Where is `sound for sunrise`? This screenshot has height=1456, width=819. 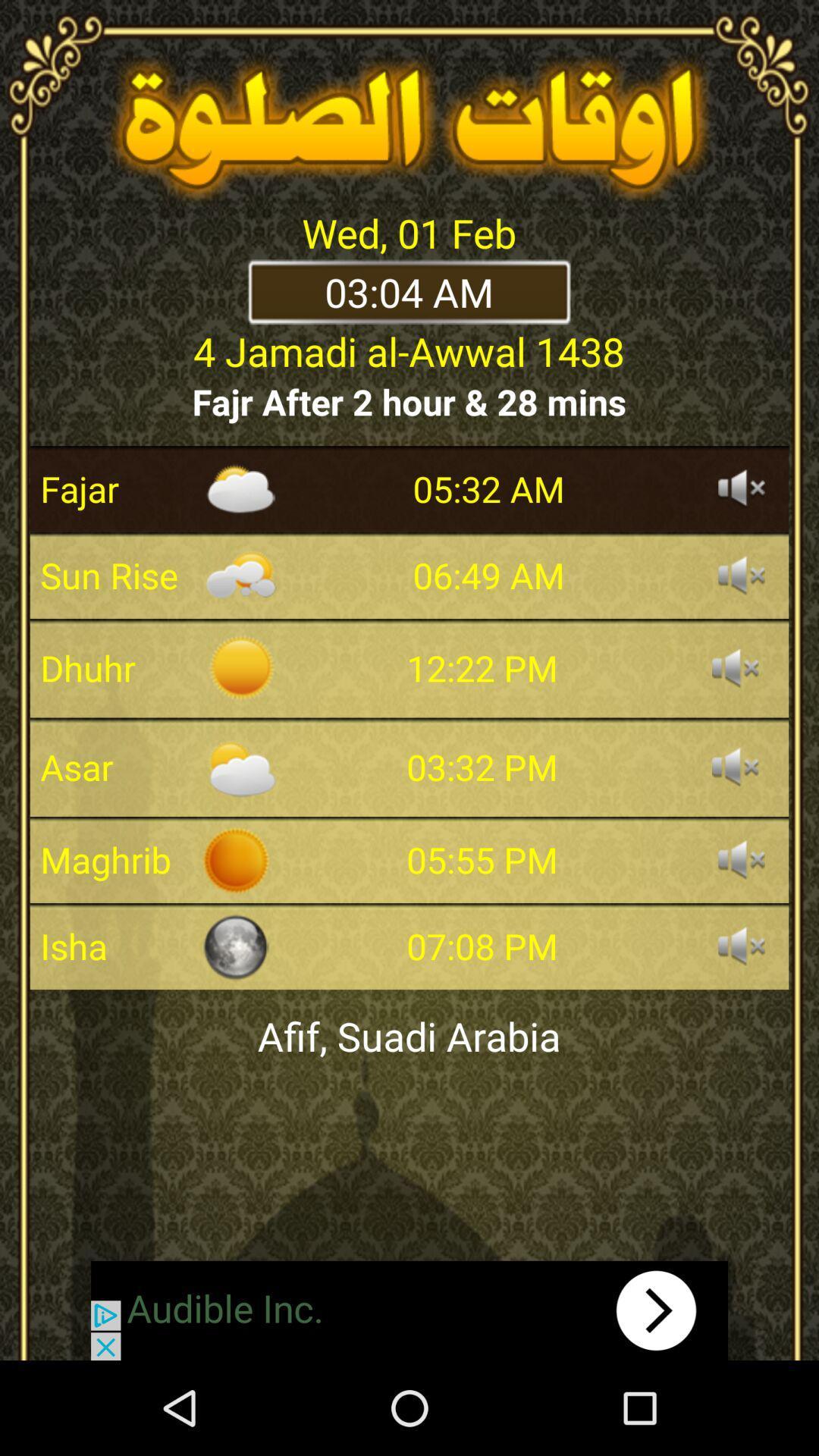 sound for sunrise is located at coordinates (741, 574).